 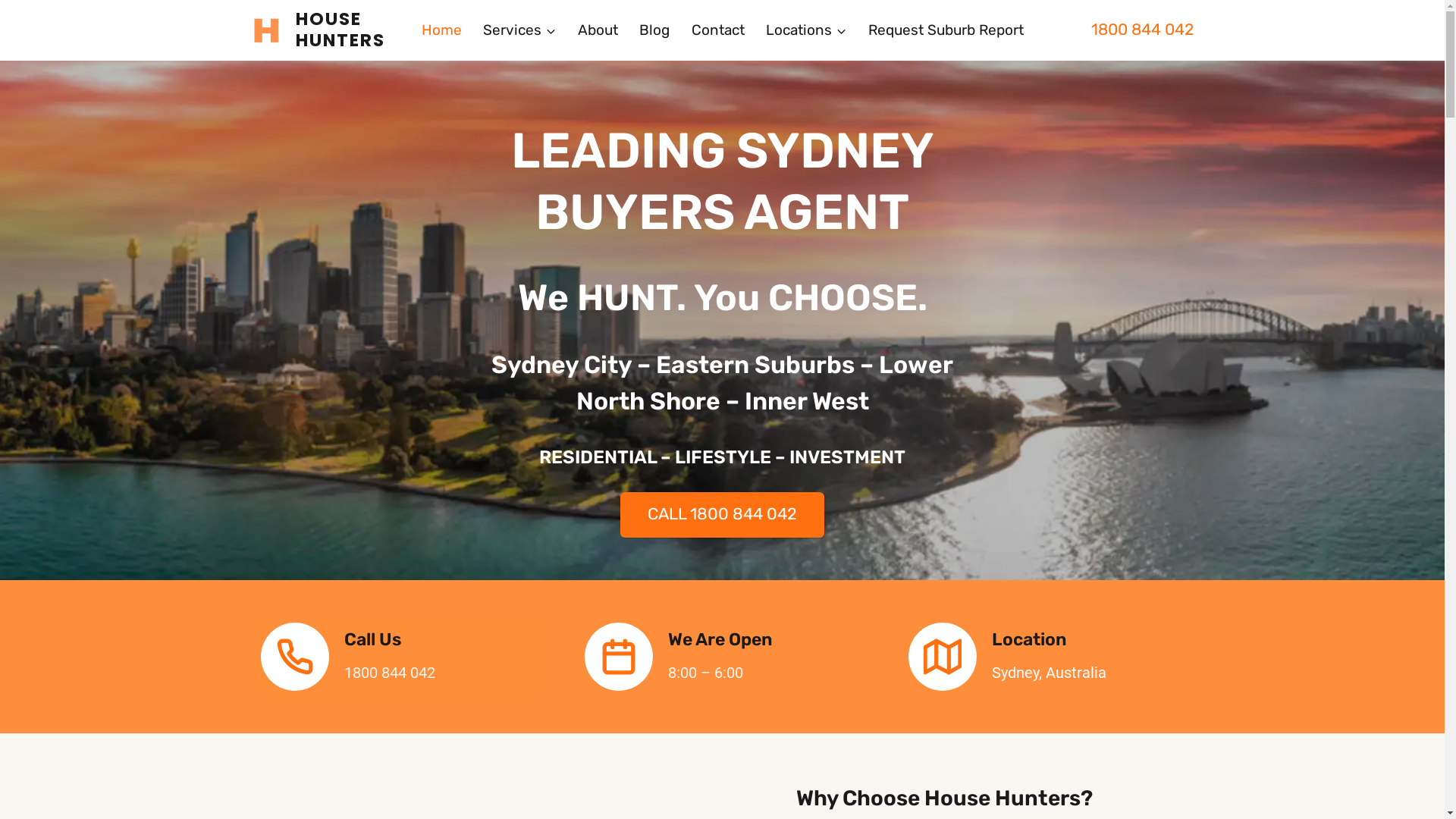 I want to click on 'Home', so click(x=440, y=30).